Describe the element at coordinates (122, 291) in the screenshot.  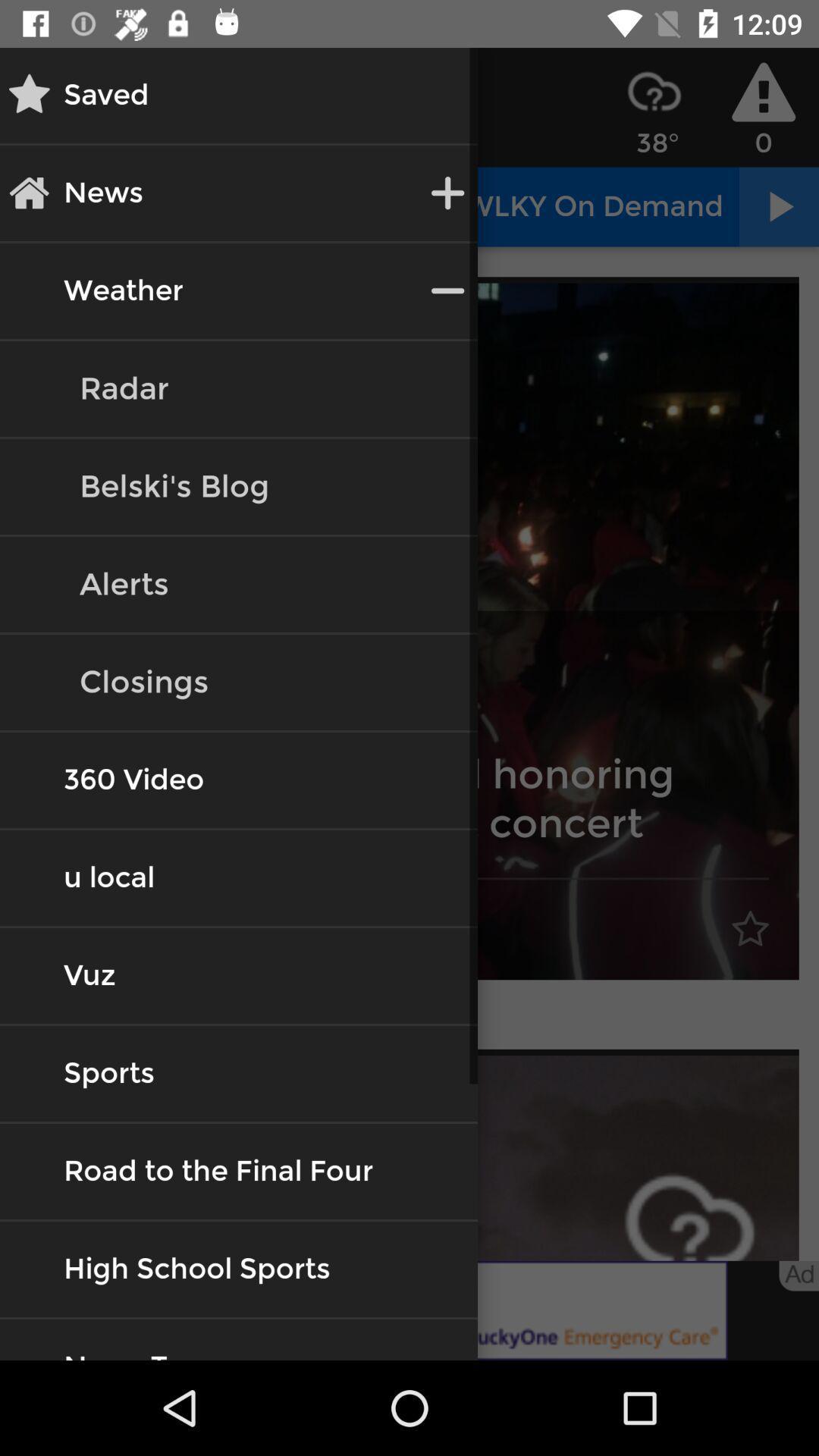
I see `the button weather on the web page` at that location.